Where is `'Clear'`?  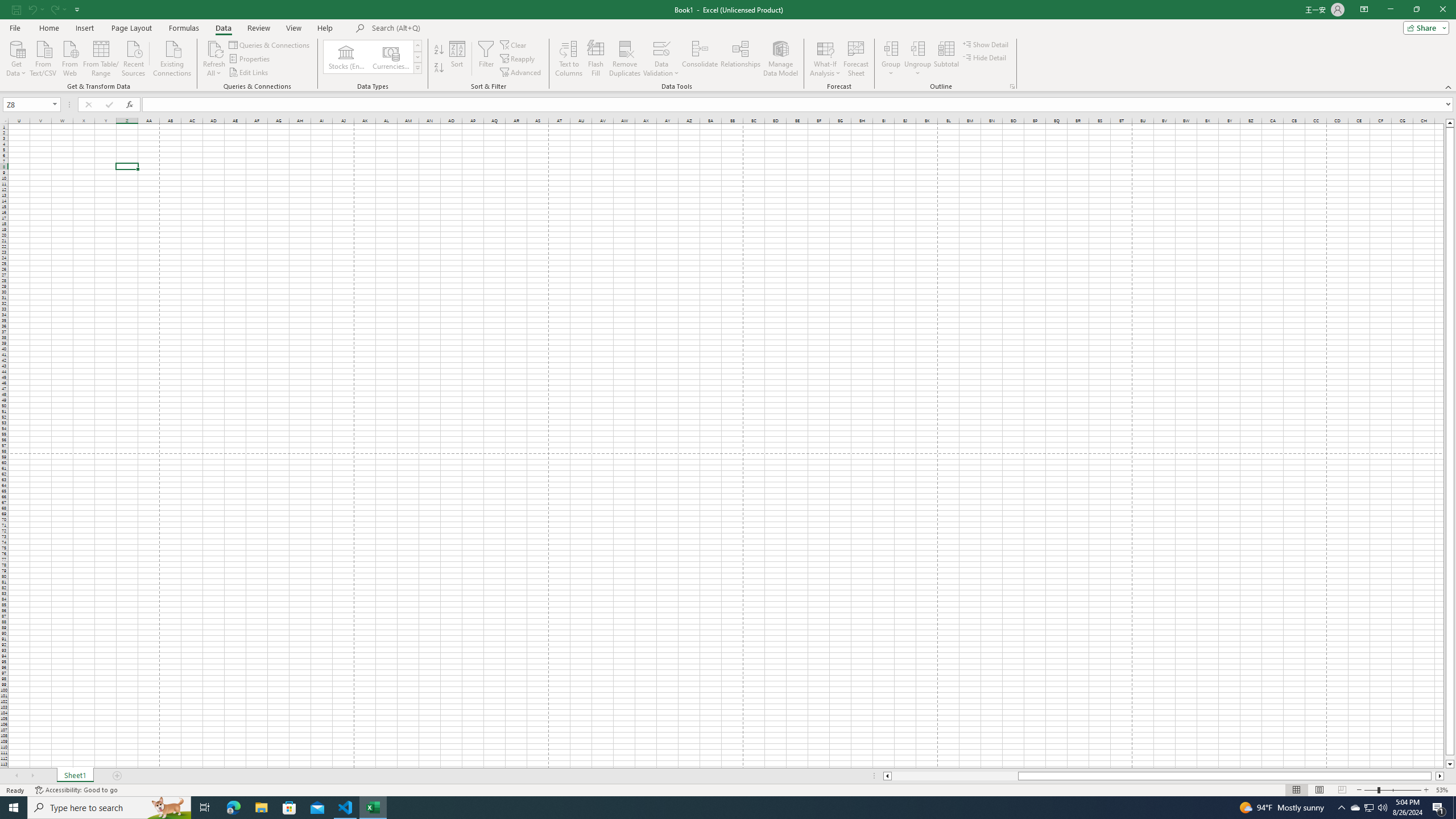
'Clear' is located at coordinates (513, 44).